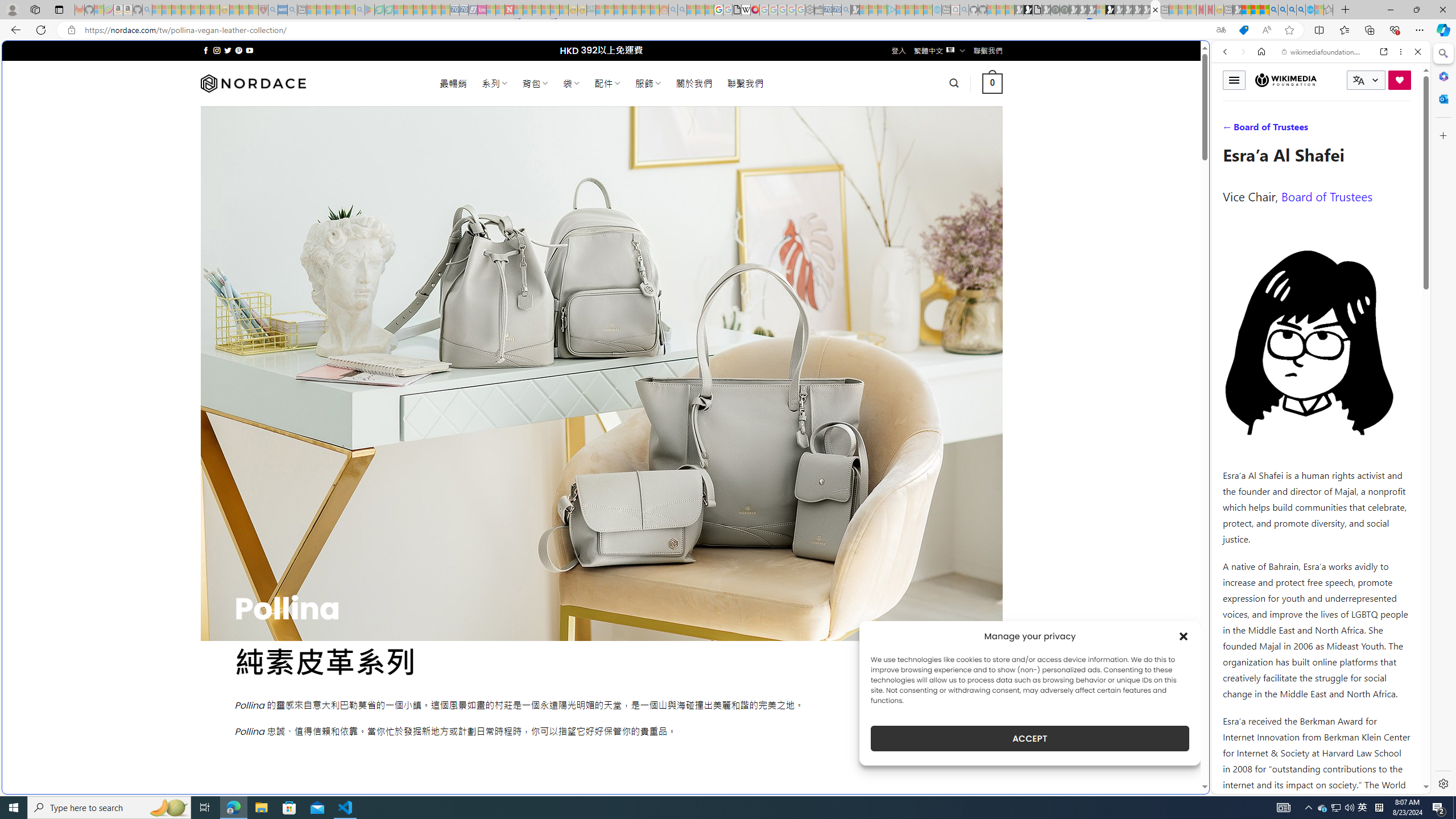 This screenshot has width=1456, height=819. I want to click on 'VIDEOS', so click(1300, 130).